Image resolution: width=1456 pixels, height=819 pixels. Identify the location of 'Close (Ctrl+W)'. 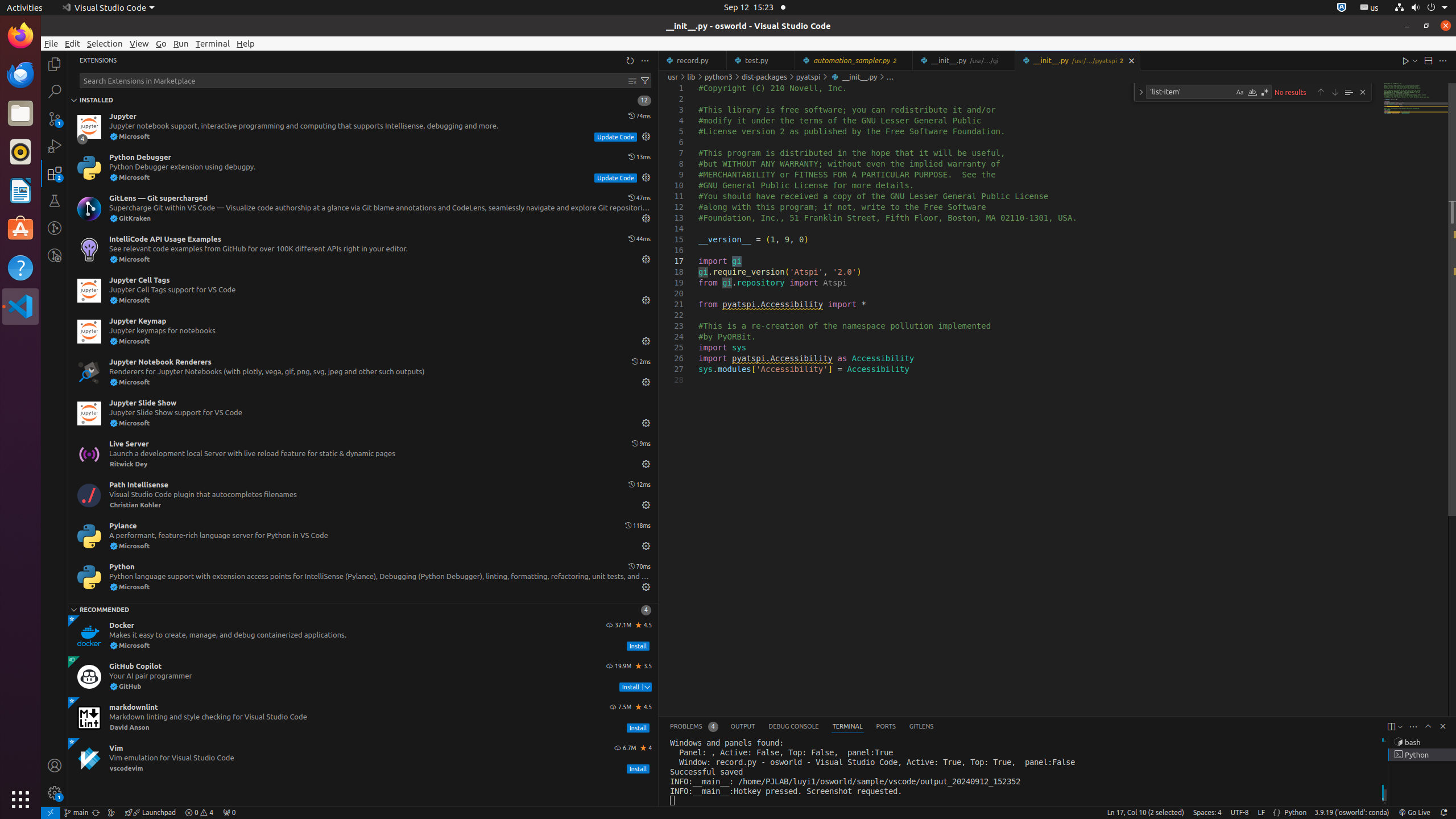
(1131, 60).